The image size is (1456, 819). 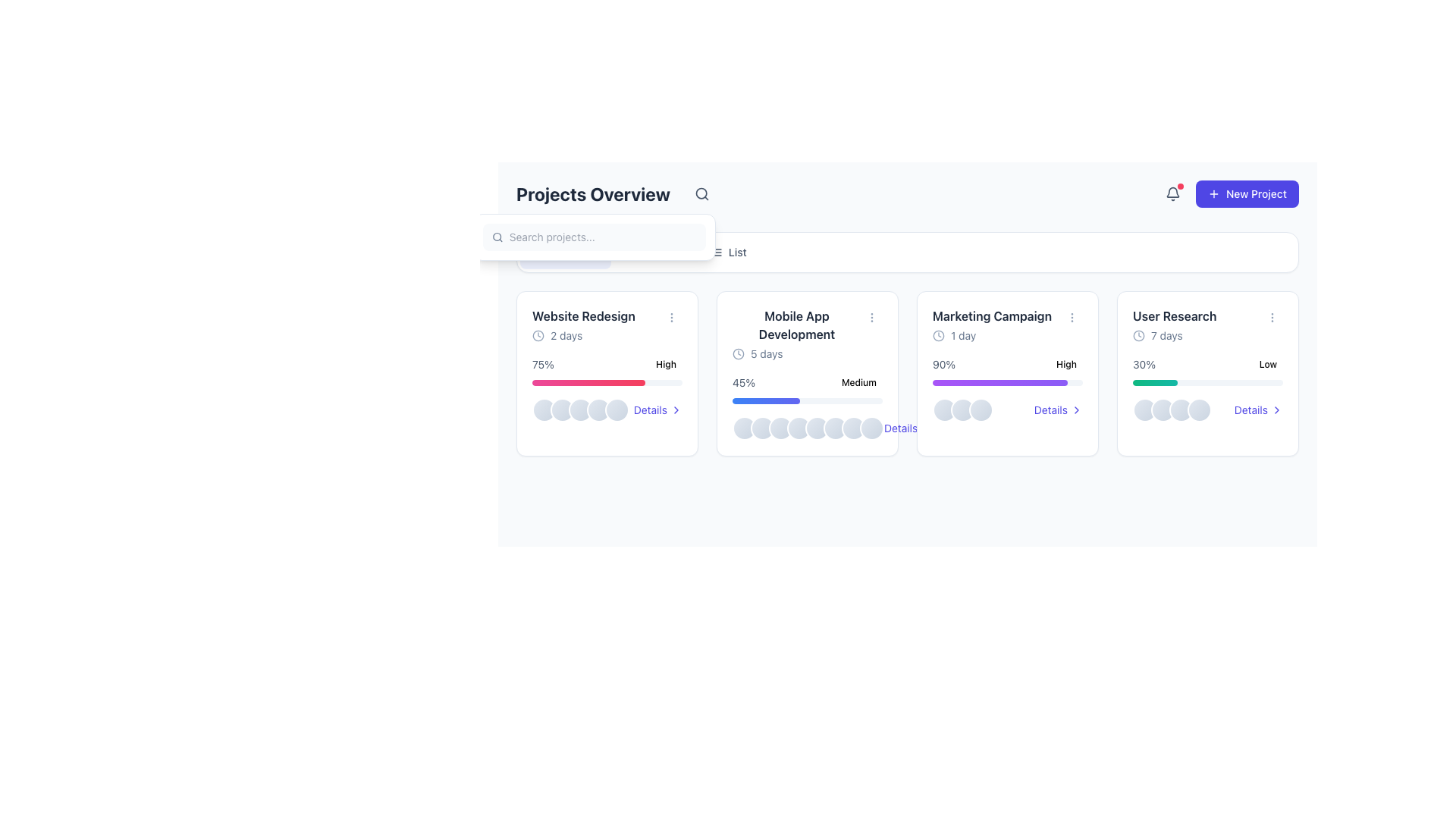 I want to click on the text link for the 'Marketing Campaign' project located at the bottom of the third project card, so click(x=1050, y=409).